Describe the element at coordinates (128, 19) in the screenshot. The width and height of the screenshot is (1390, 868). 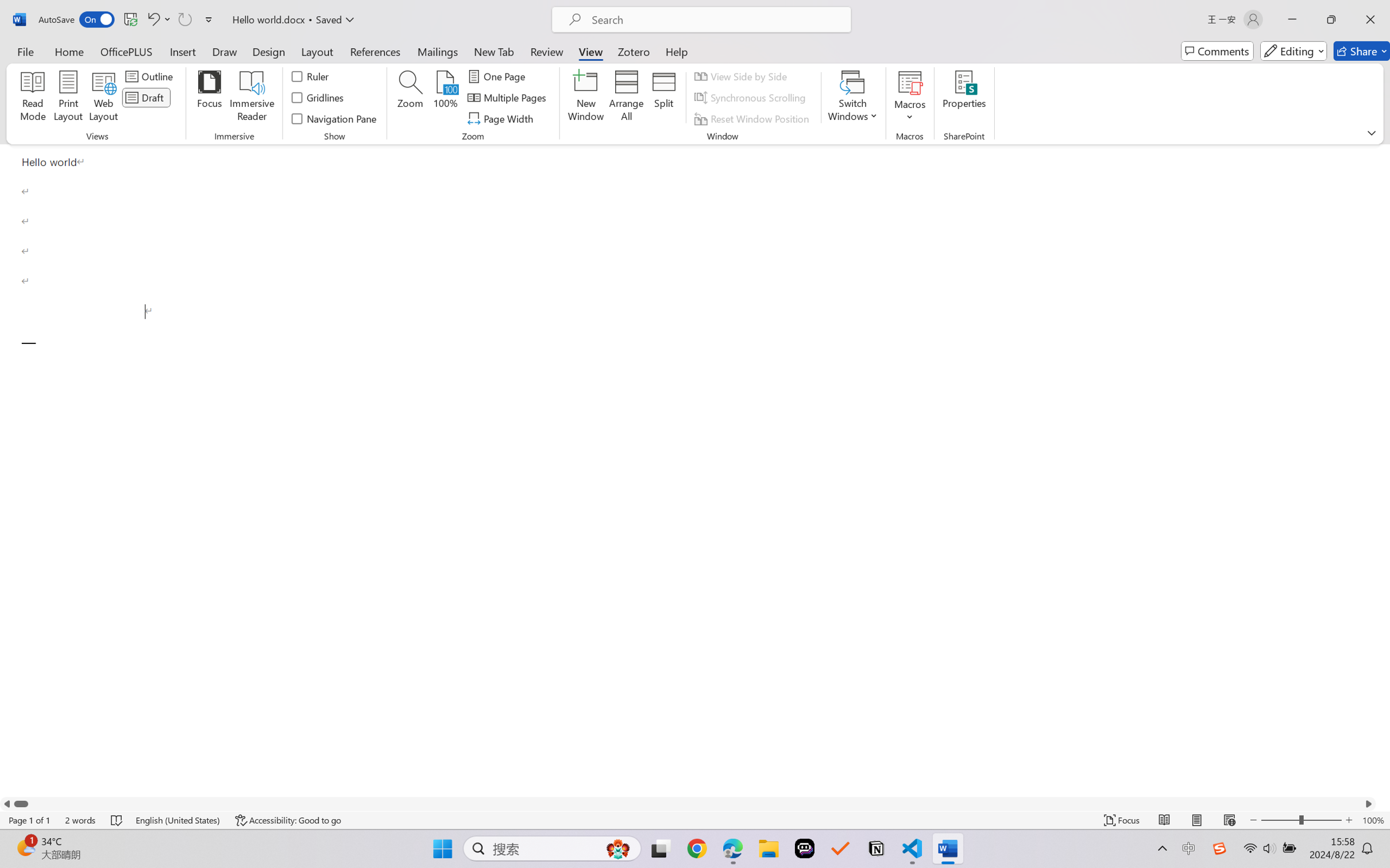
I see `'Quick Access Toolbar'` at that location.